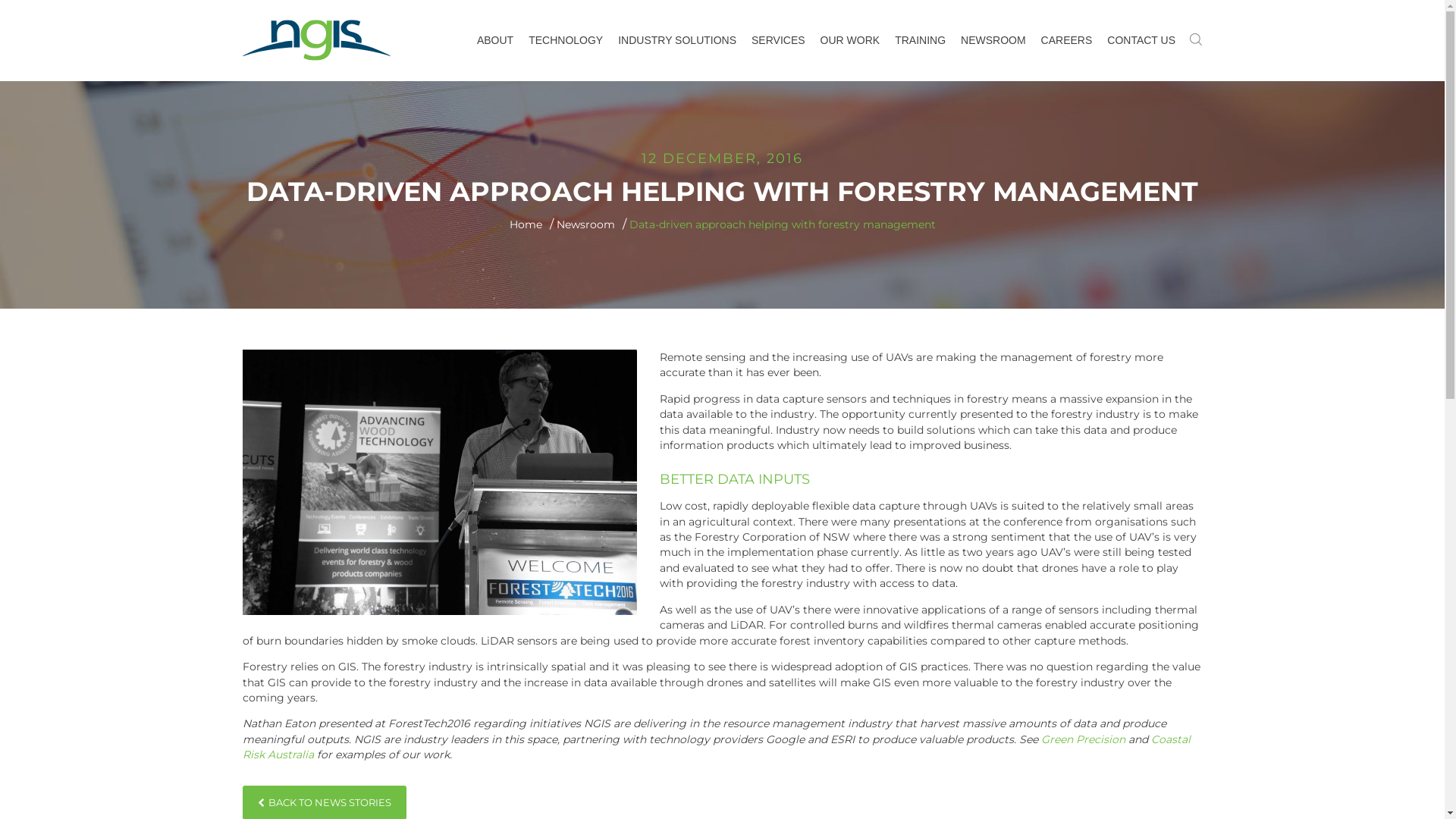  I want to click on 'Home', so click(510, 224).